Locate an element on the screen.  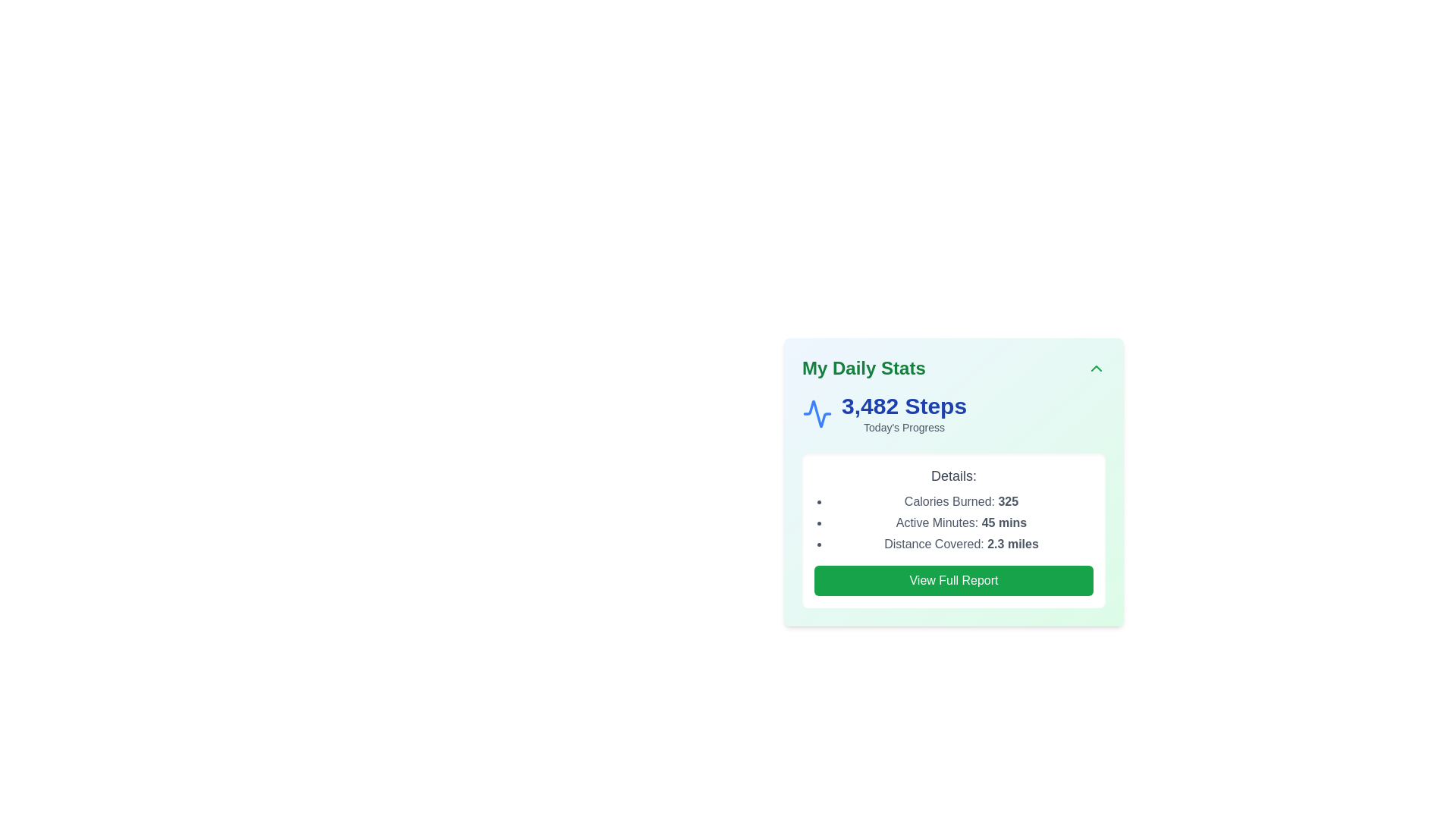
recorded distance traveled displayed in the Static Display Text, which is the third item in the statistics list within the 'Details' section is located at coordinates (960, 543).